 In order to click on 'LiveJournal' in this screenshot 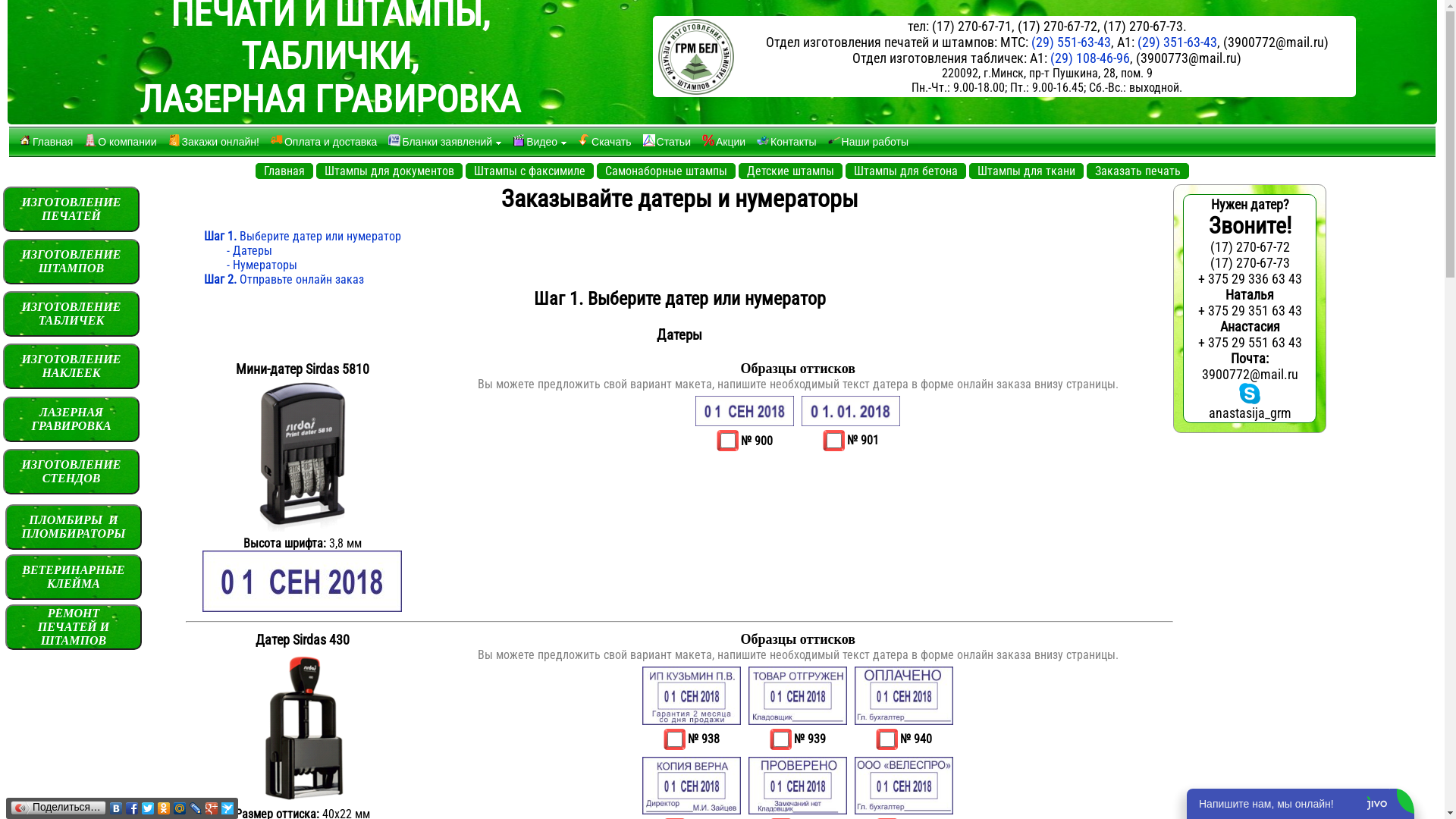, I will do `click(195, 807)`.